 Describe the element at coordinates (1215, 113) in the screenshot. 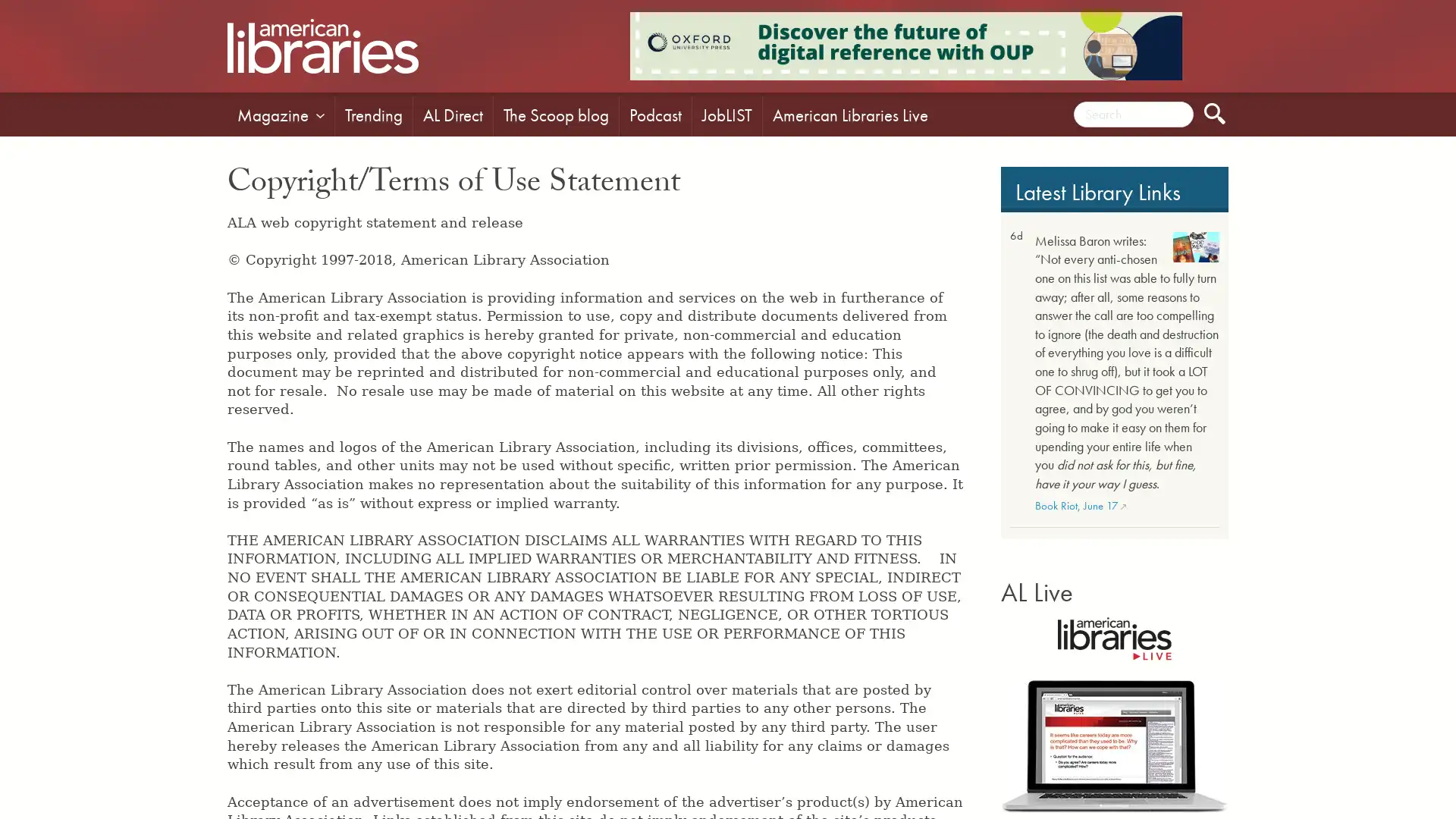

I see `Search` at that location.